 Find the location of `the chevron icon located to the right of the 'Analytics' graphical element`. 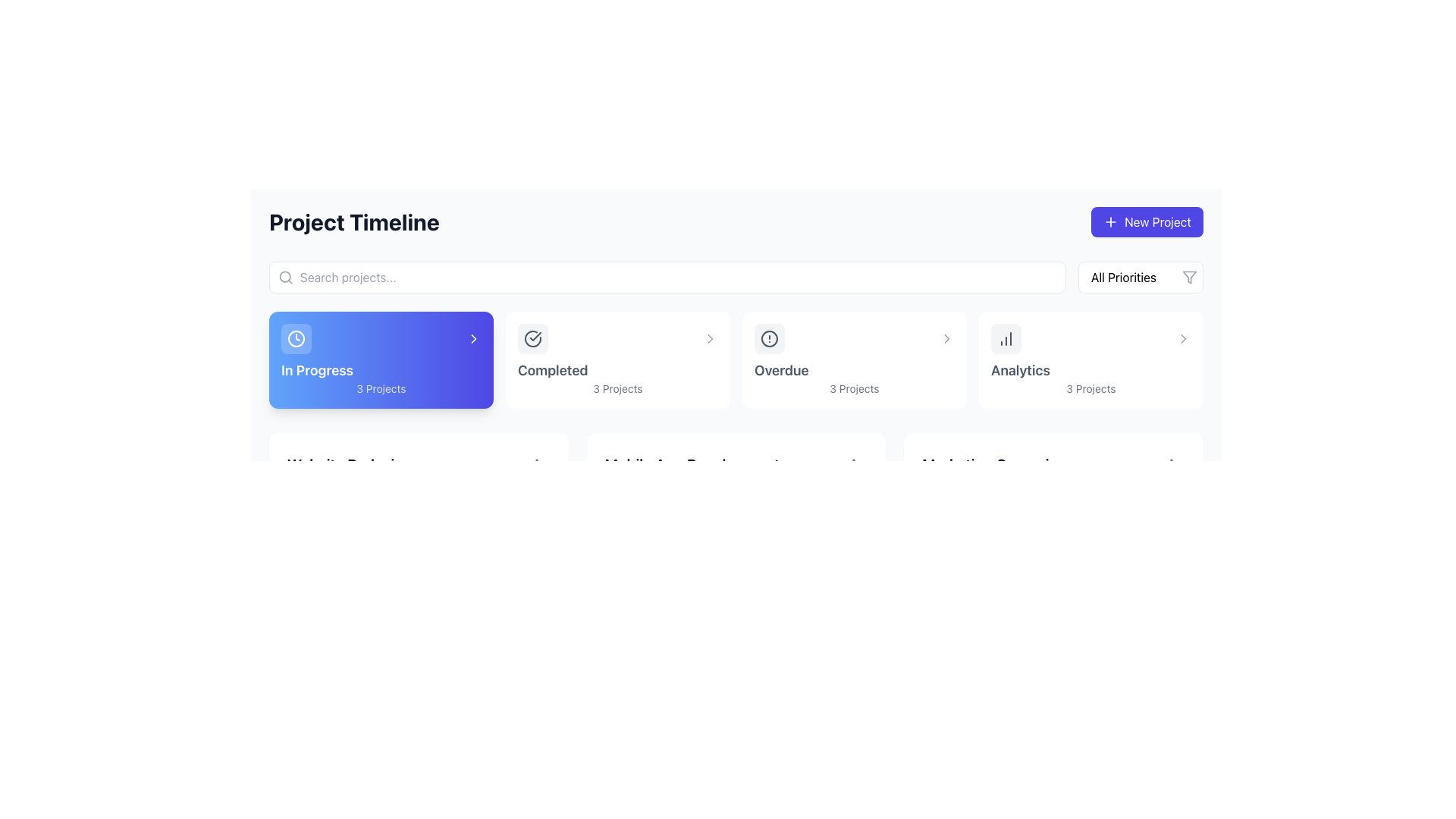

the chevron icon located to the right of the 'Analytics' graphical element is located at coordinates (1182, 338).